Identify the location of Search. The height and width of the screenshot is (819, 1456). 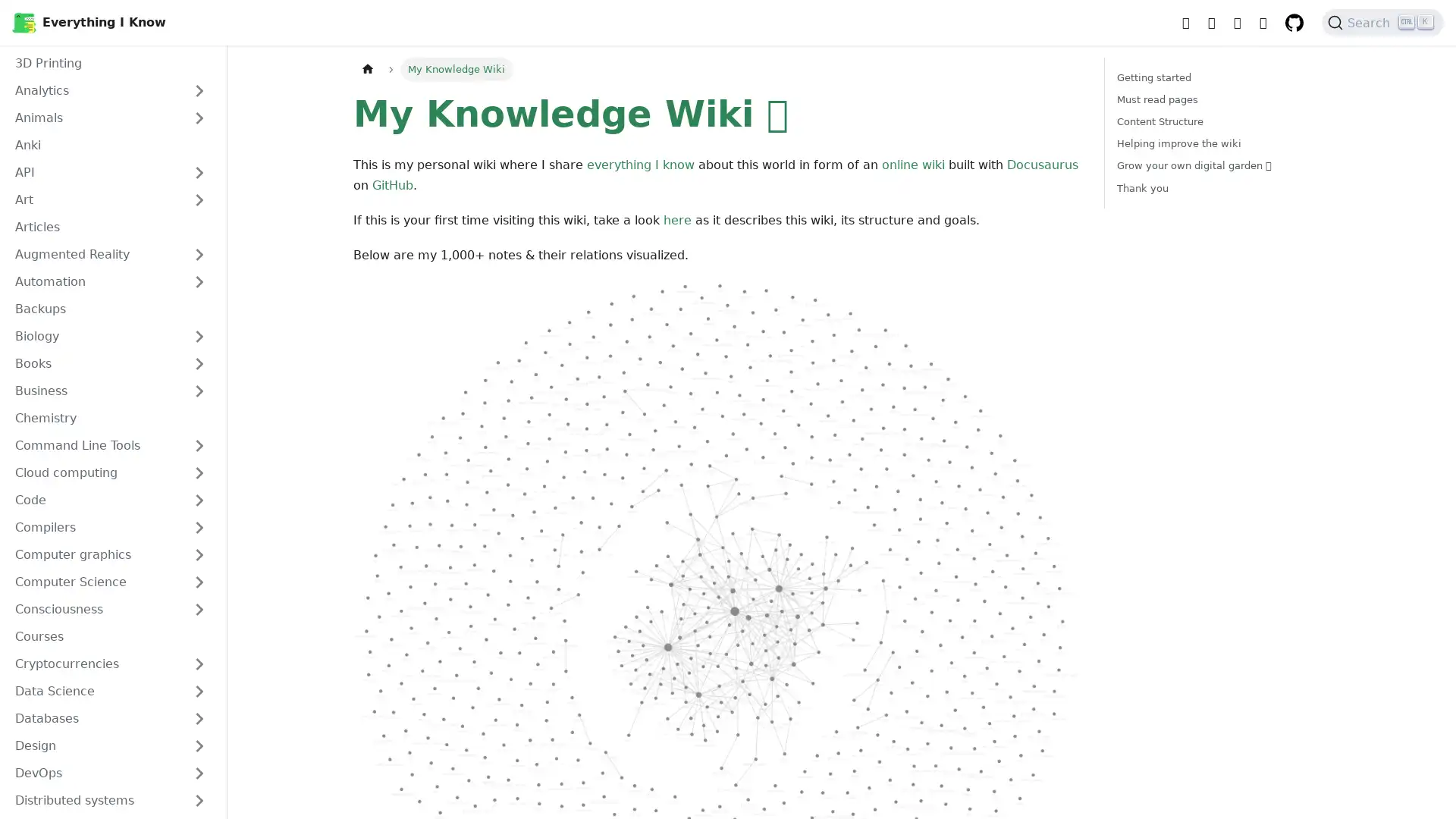
(1382, 23).